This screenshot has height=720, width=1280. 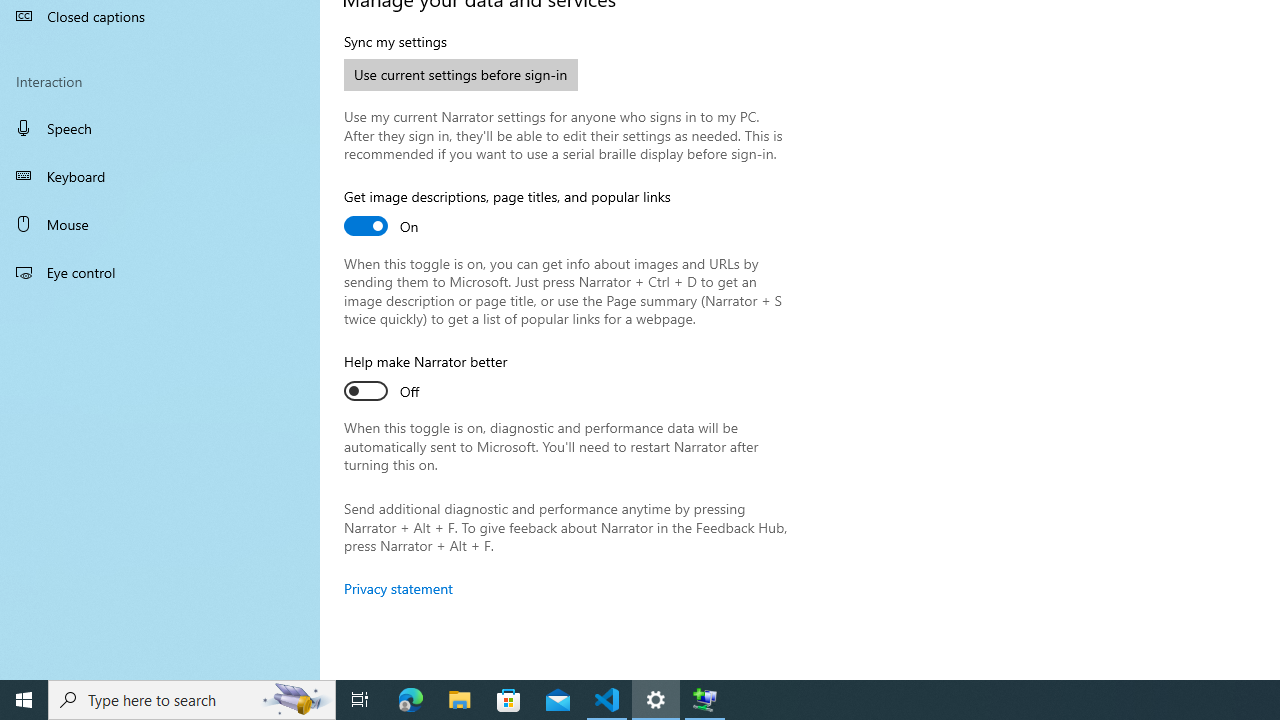 I want to click on 'Privacy statement', so click(x=398, y=587).